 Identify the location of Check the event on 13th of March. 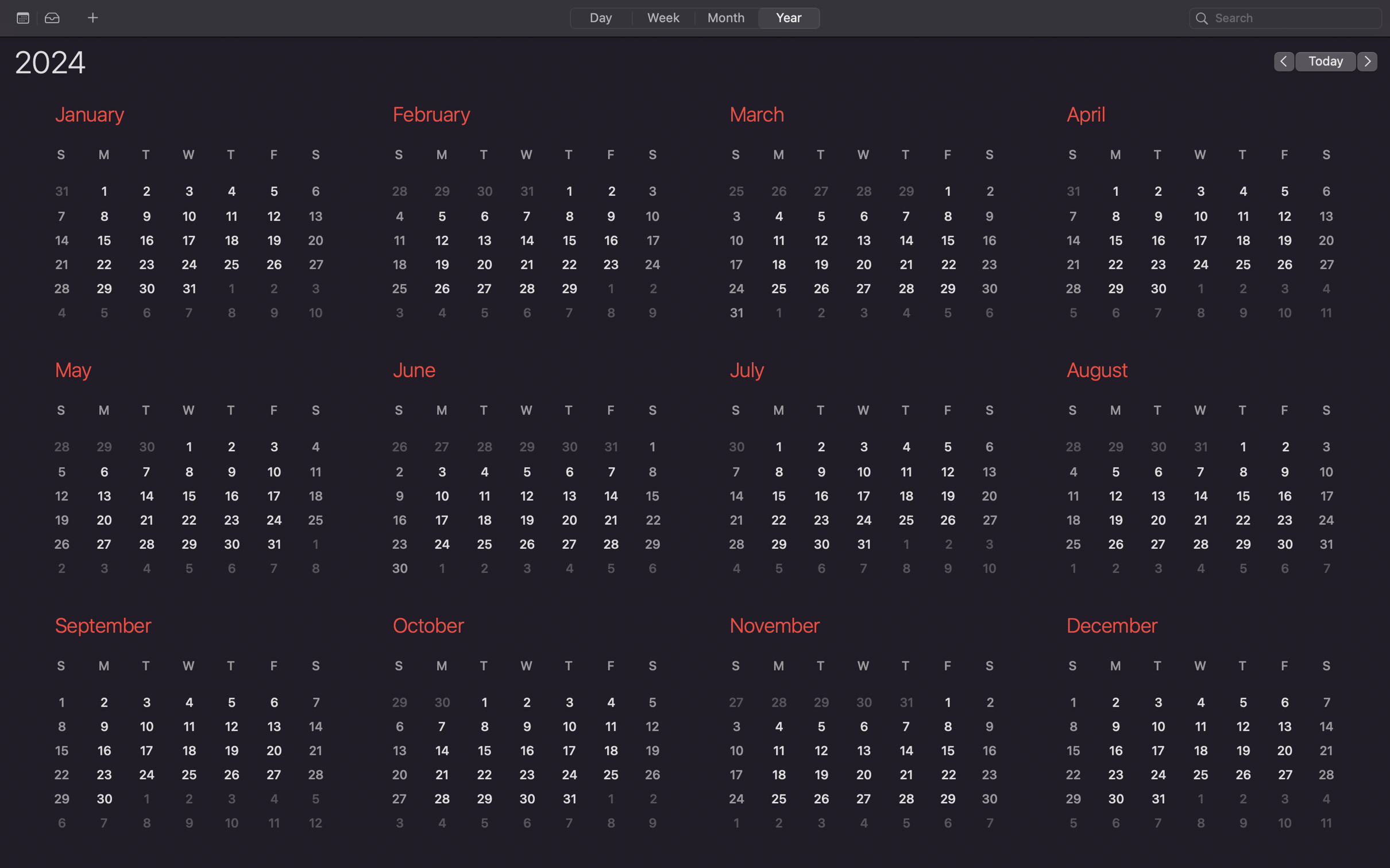
(867, 241).